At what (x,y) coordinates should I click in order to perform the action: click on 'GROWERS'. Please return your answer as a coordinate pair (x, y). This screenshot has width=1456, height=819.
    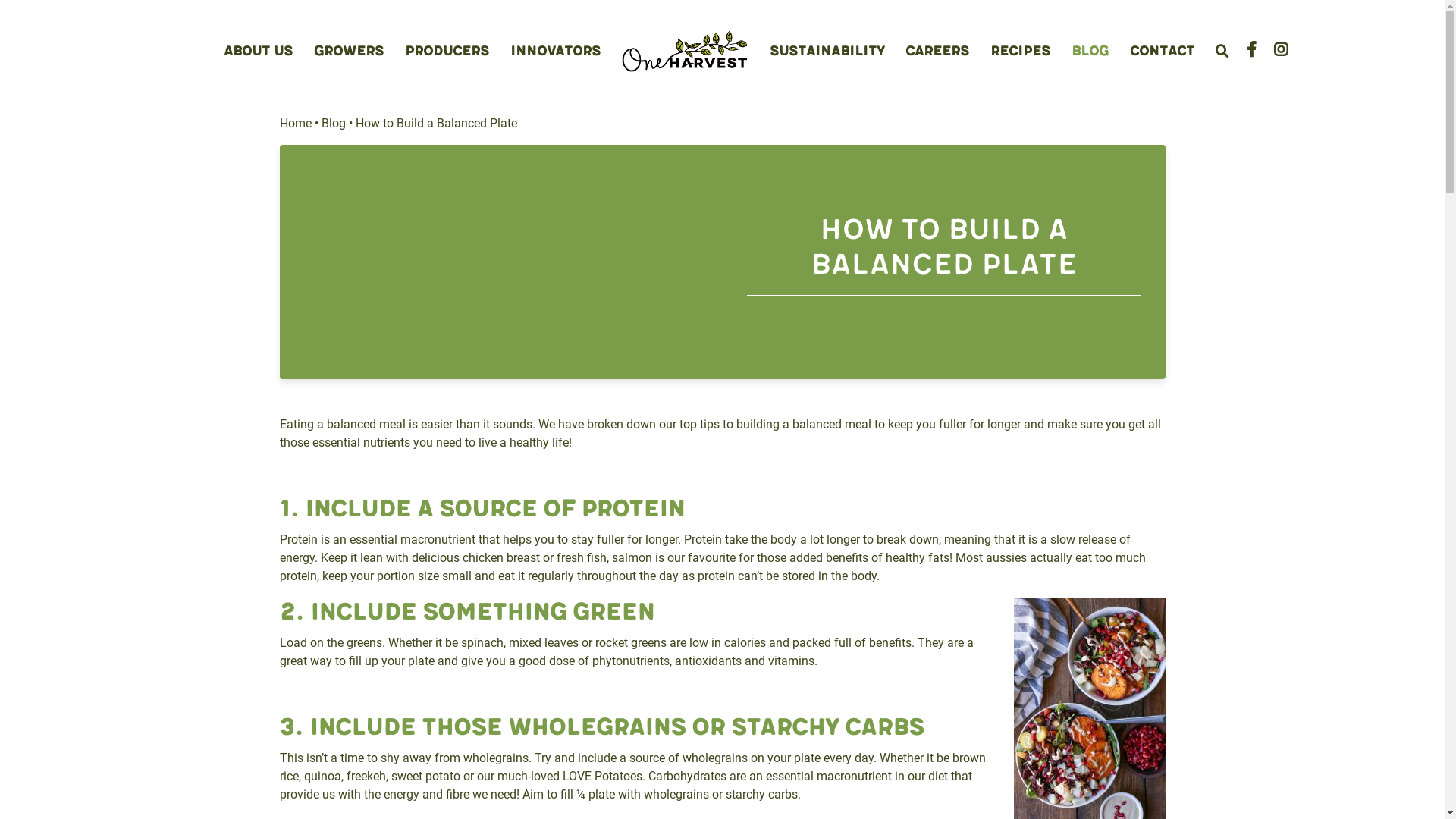
    Looking at the image, I should click on (348, 50).